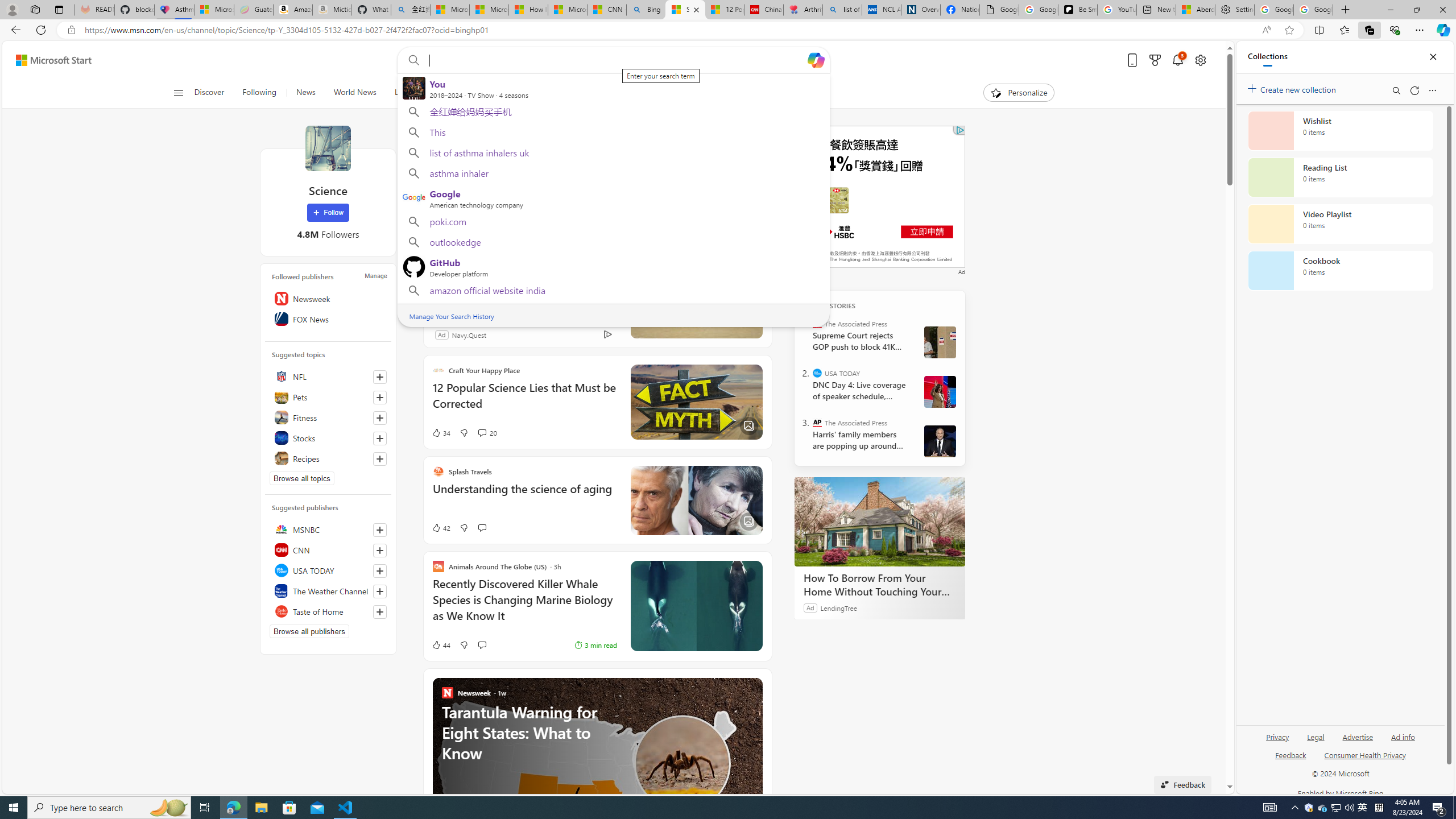 The width and height of the screenshot is (1456, 819). What do you see at coordinates (1194, 9) in the screenshot?
I see `'Aberdeen, Hong Kong SAR hourly forecast | Microsoft Weather'` at bounding box center [1194, 9].